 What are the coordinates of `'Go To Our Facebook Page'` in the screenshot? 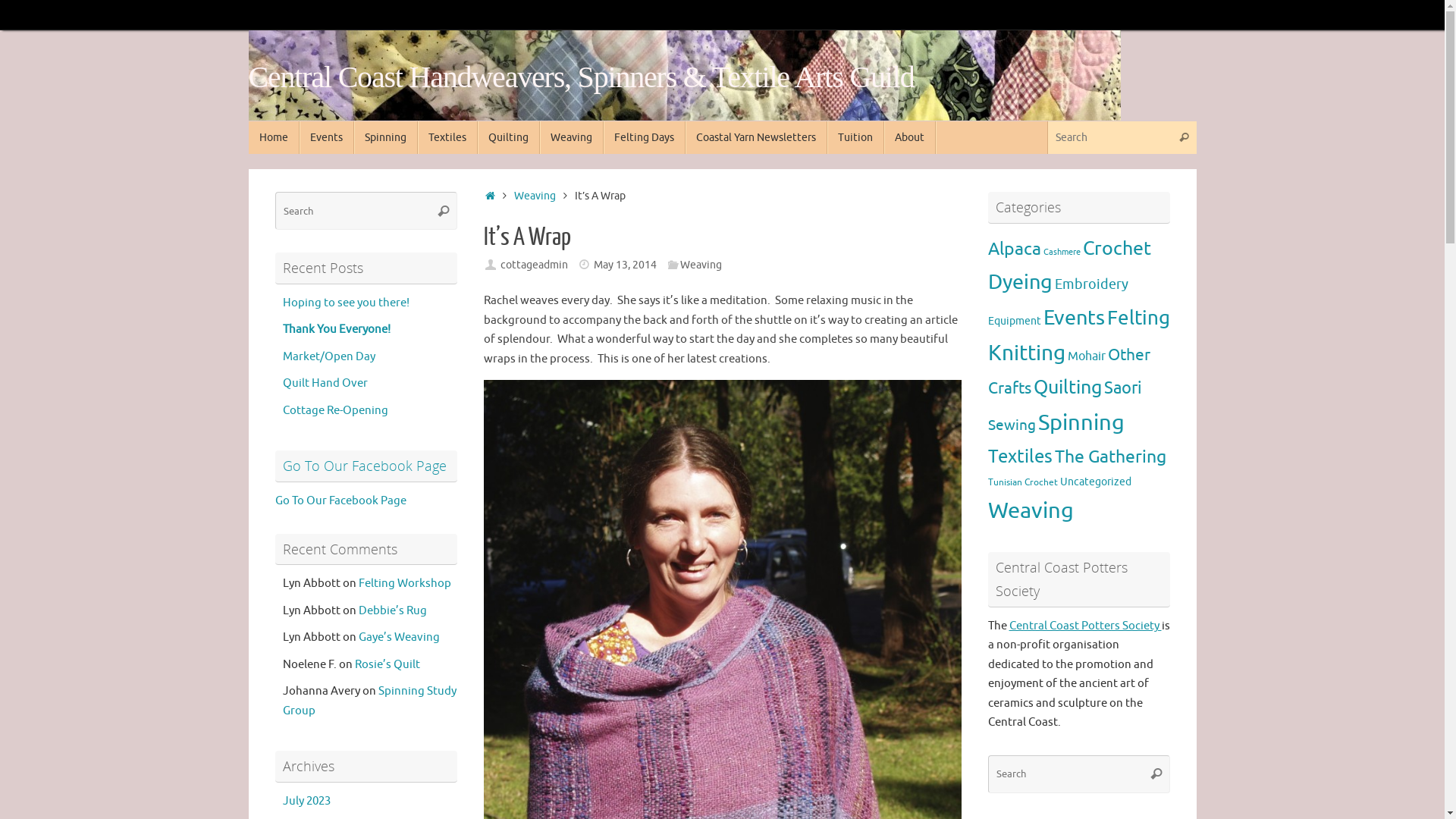 It's located at (339, 500).